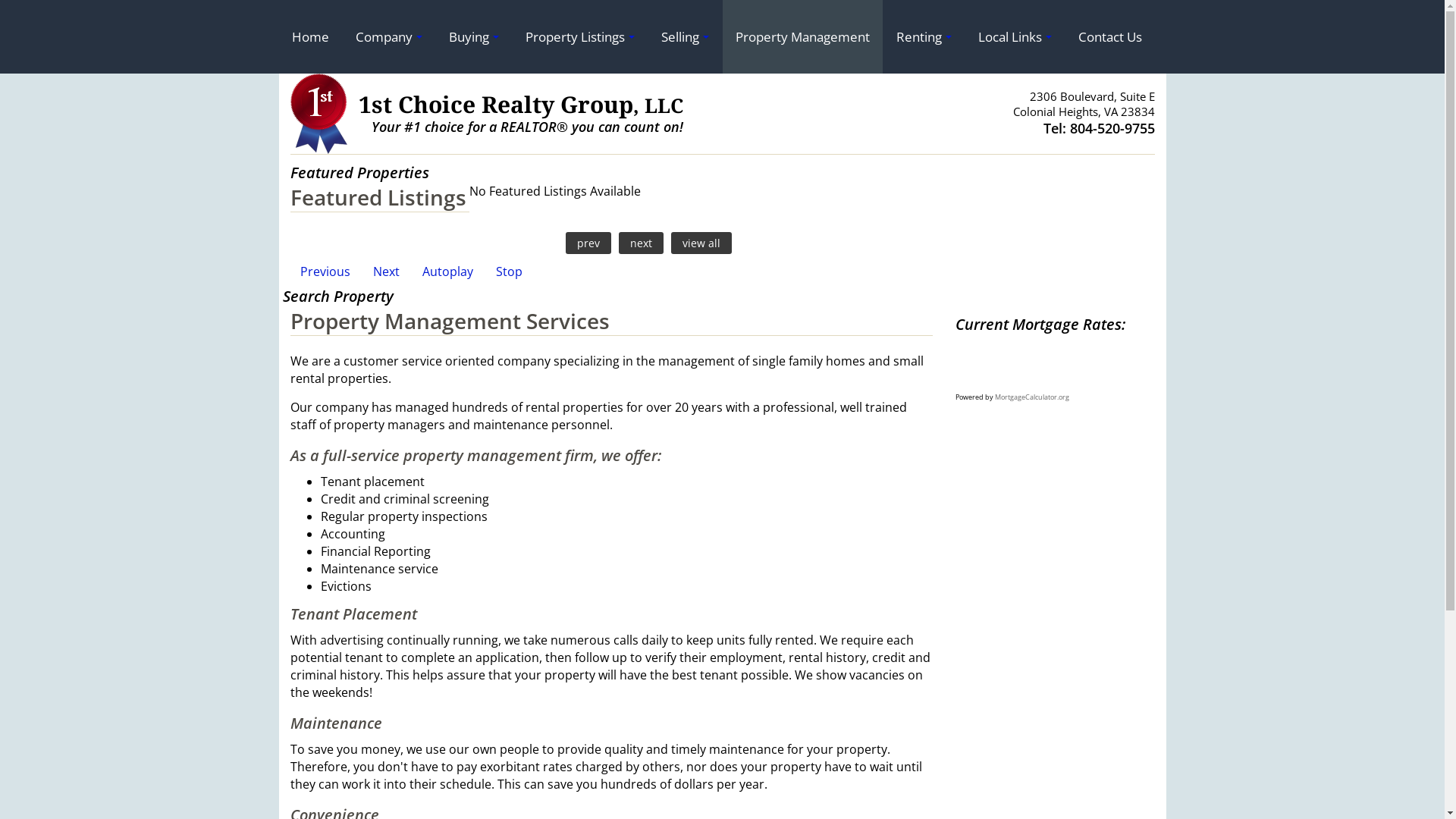 The width and height of the screenshot is (1456, 819). I want to click on 'MortgageCalculator.org', so click(1031, 396).